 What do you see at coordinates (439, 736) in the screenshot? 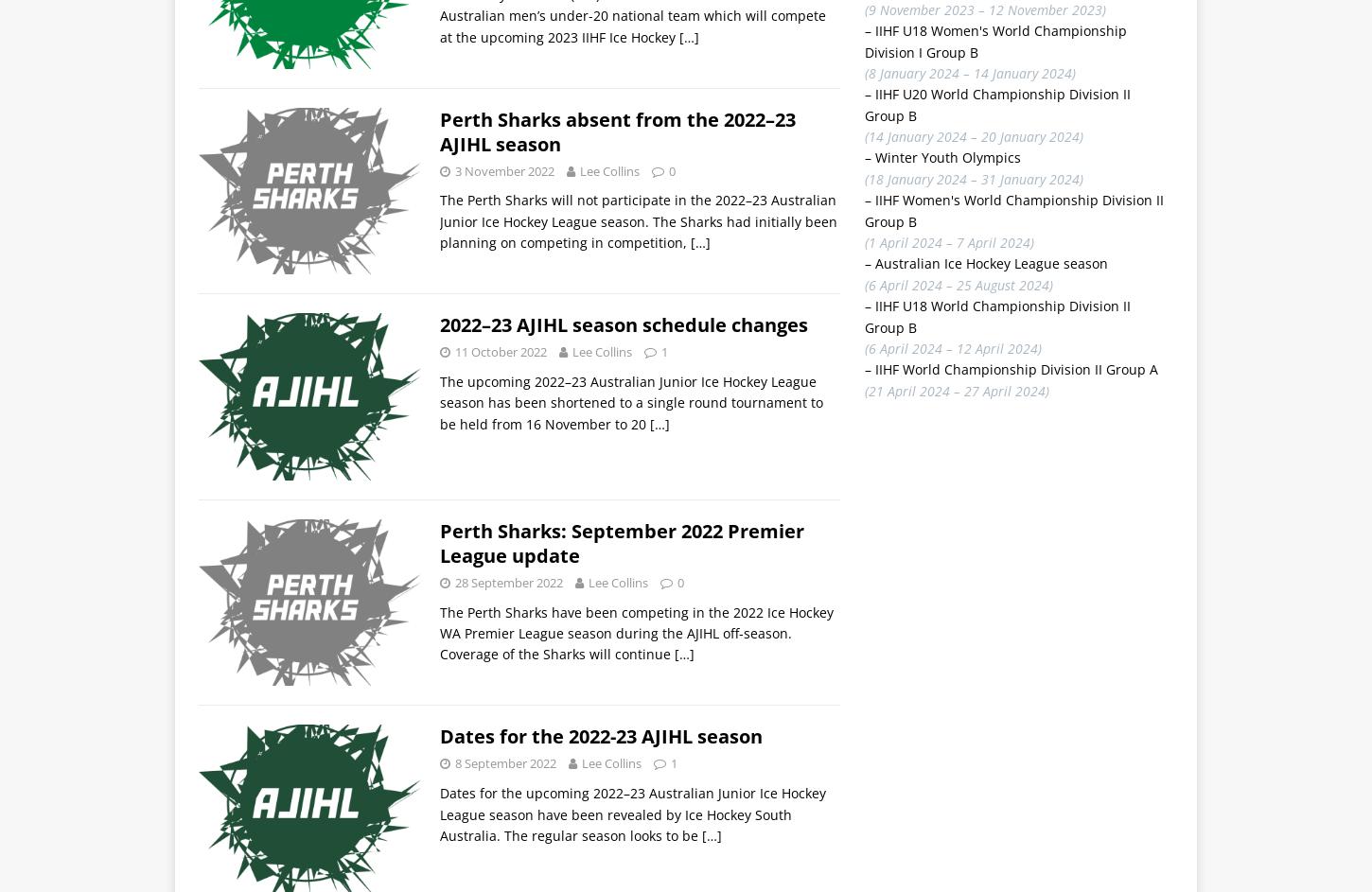
I see `'Dates for the 2022-23 AJIHL season'` at bounding box center [439, 736].